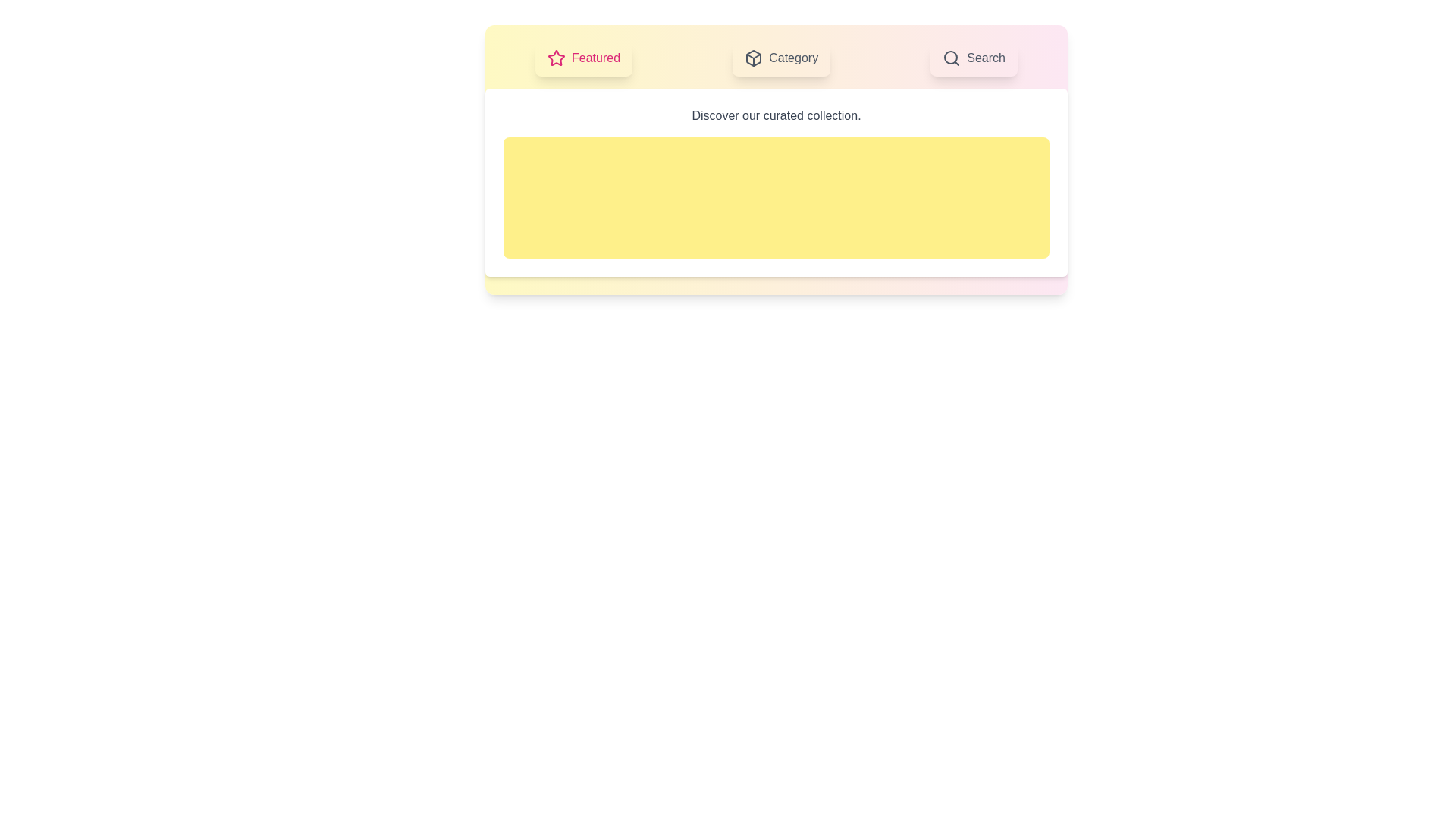  Describe the element at coordinates (781, 58) in the screenshot. I see `the tab labeled Category` at that location.